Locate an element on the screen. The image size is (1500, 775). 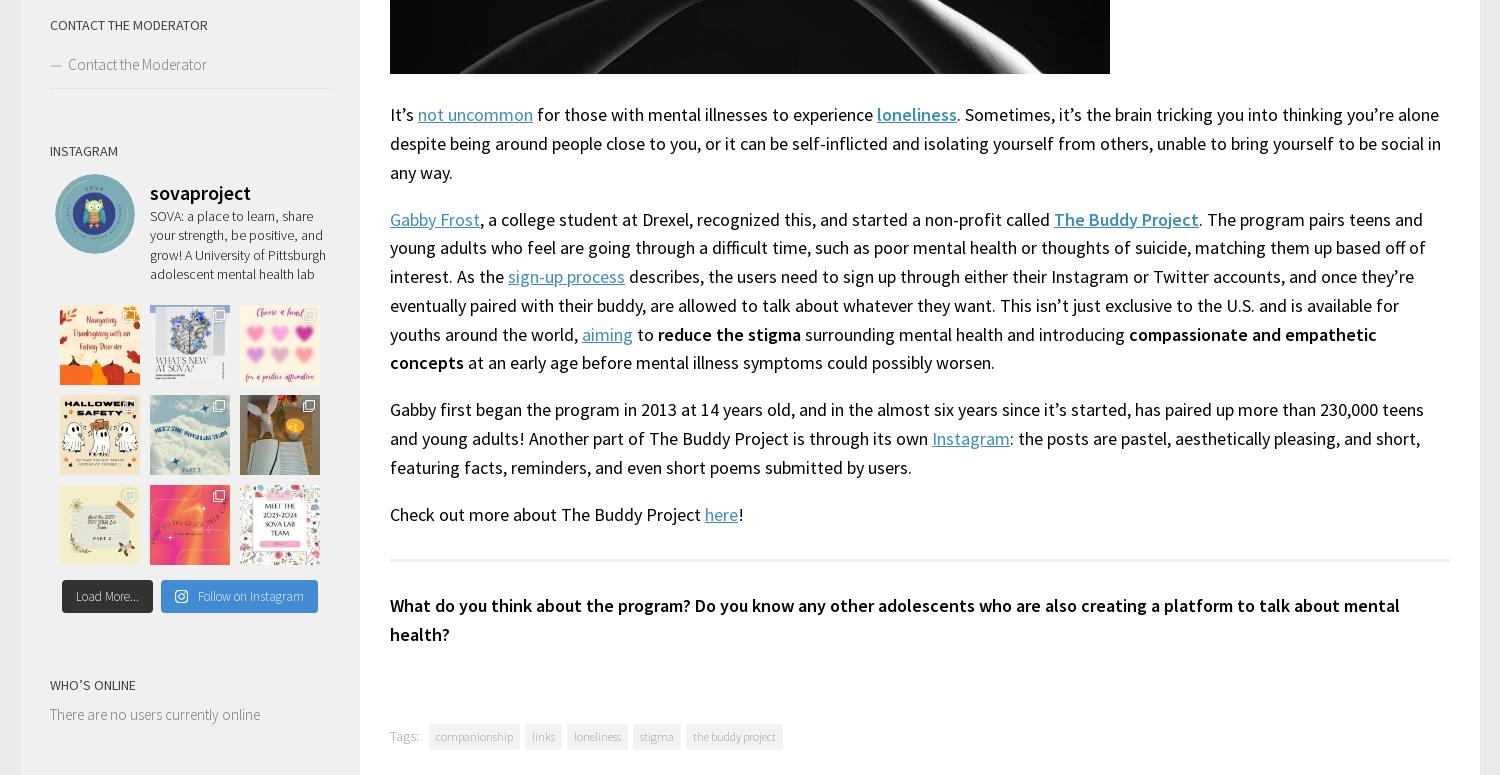
'reduce the stigma' is located at coordinates (728, 332).